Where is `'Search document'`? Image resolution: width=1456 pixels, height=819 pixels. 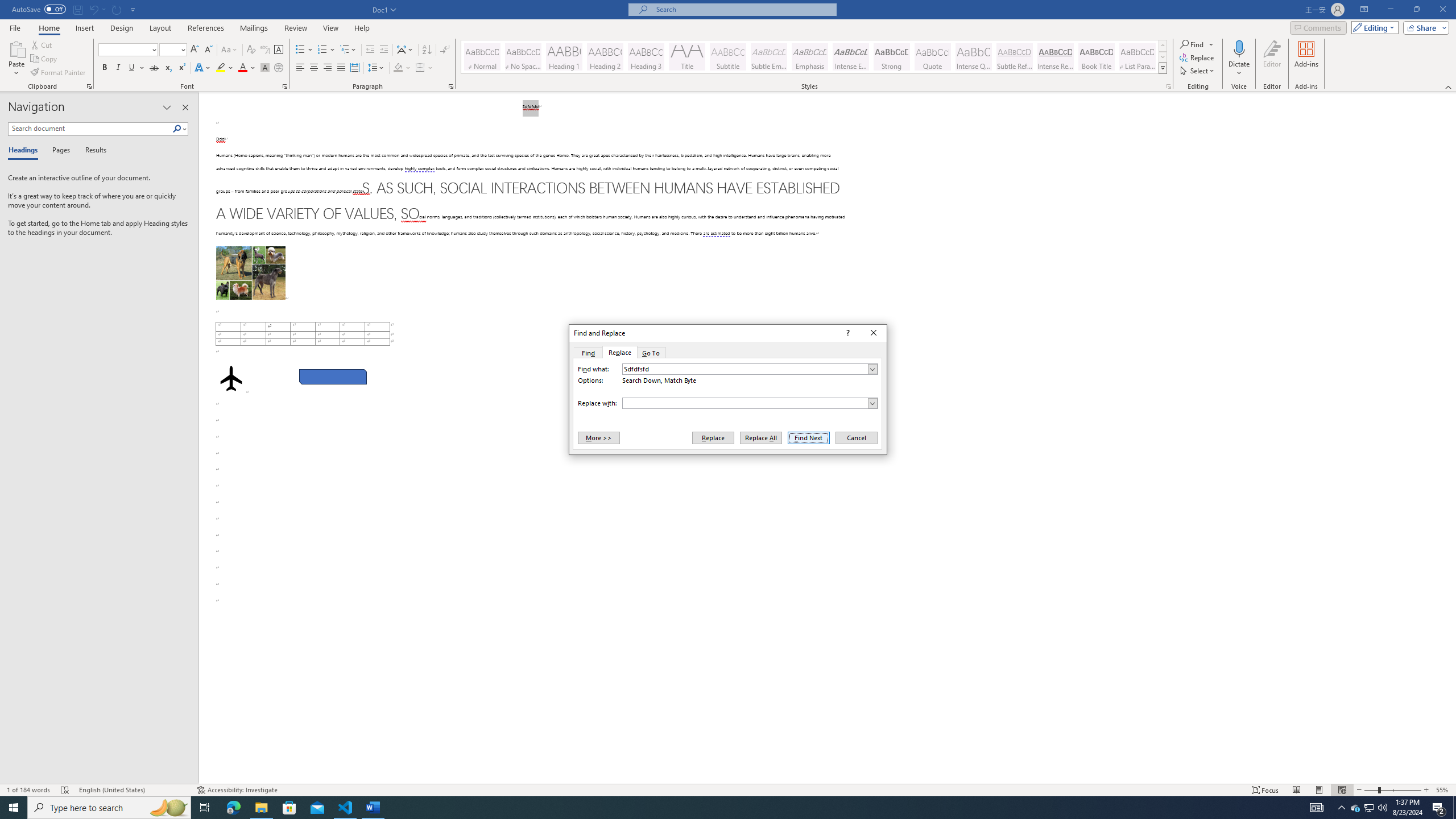
'Search document' is located at coordinates (90, 128).